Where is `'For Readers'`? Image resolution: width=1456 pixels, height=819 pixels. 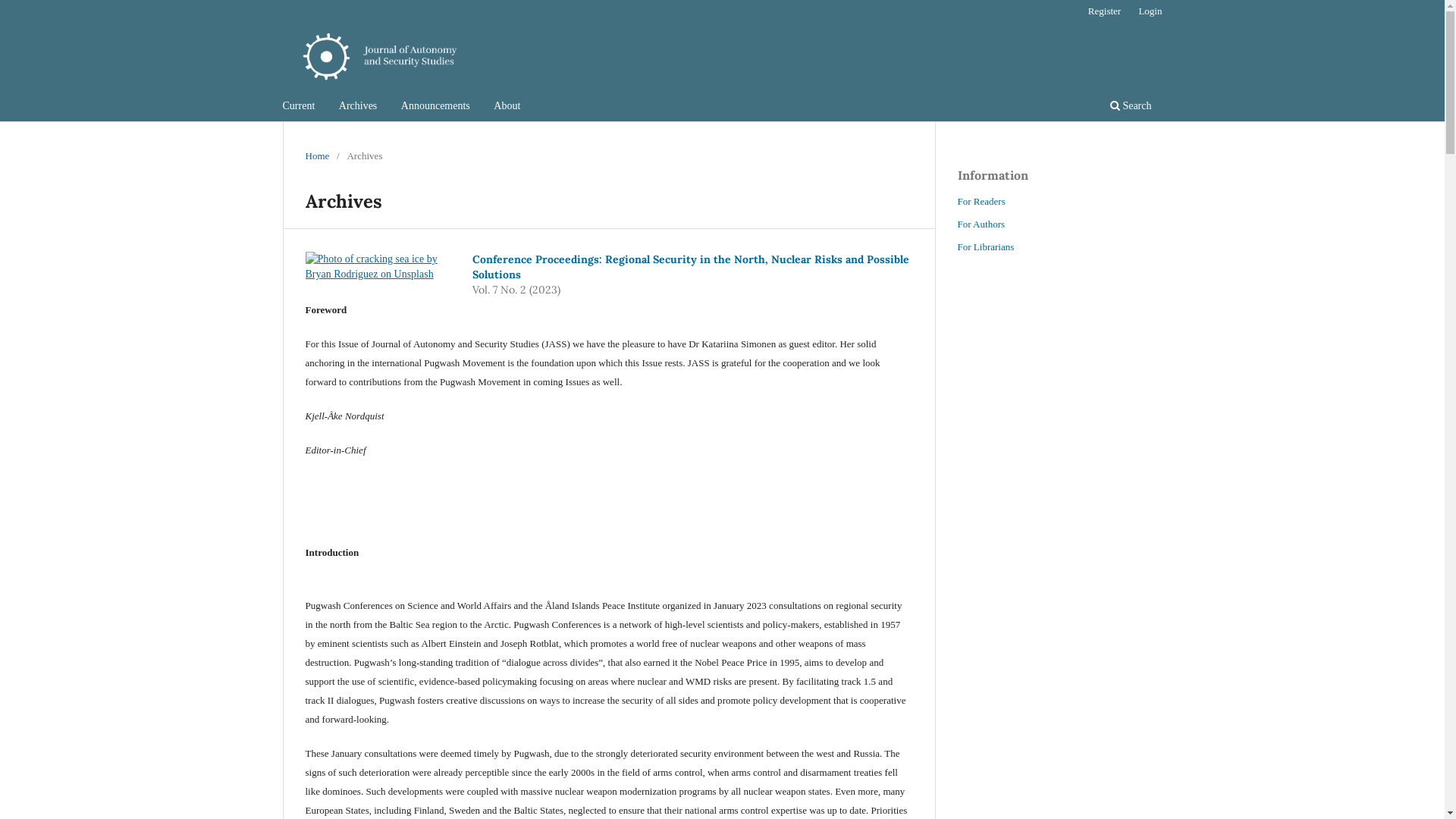
'For Readers' is located at coordinates (981, 200).